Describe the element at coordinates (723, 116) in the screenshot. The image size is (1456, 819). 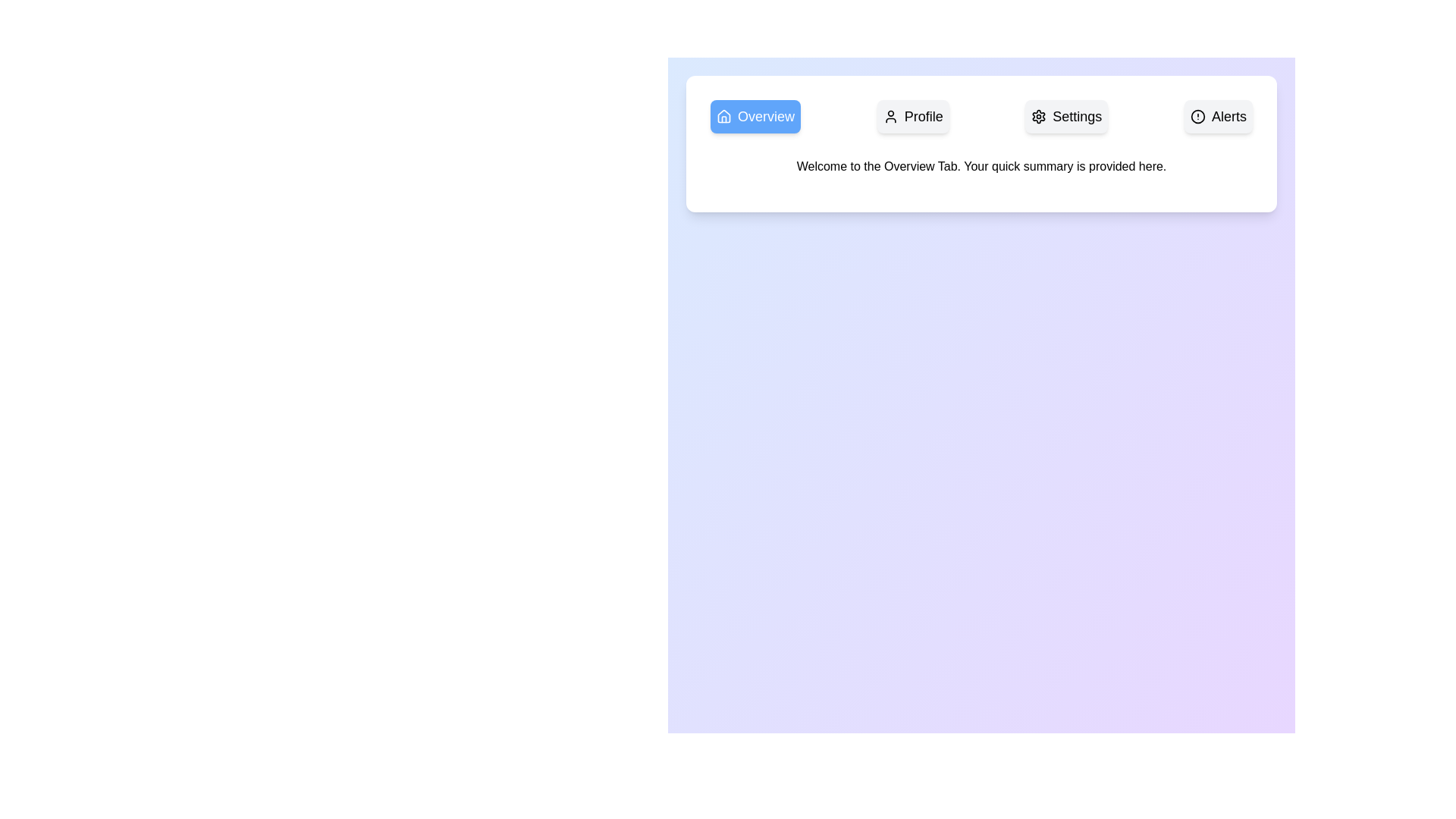
I see `the 'Overview' SVG icon located at the leftmost position within the 'Overview' button group in the header section` at that location.